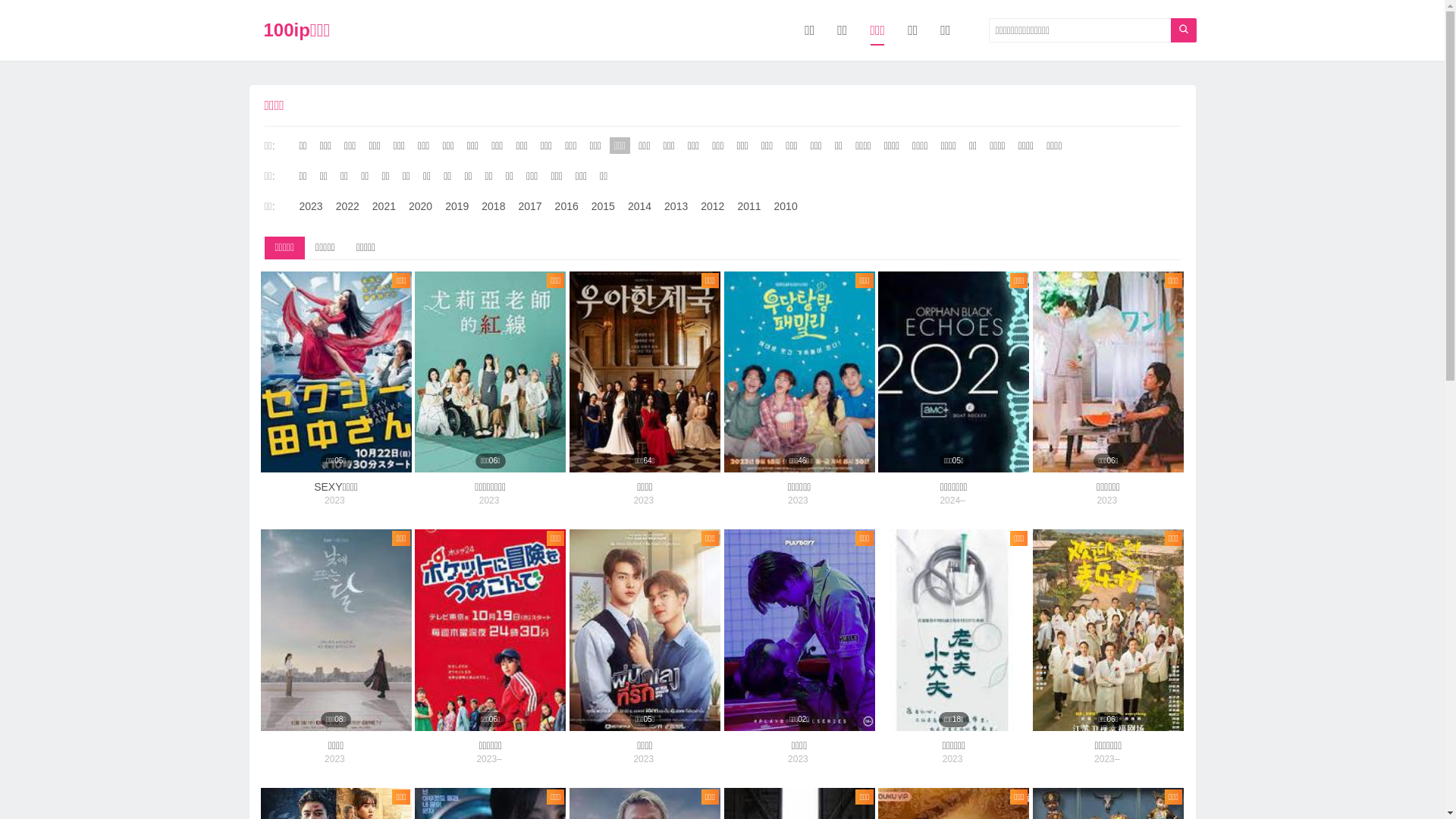 This screenshot has width=1456, height=819. I want to click on '2020', so click(420, 206).